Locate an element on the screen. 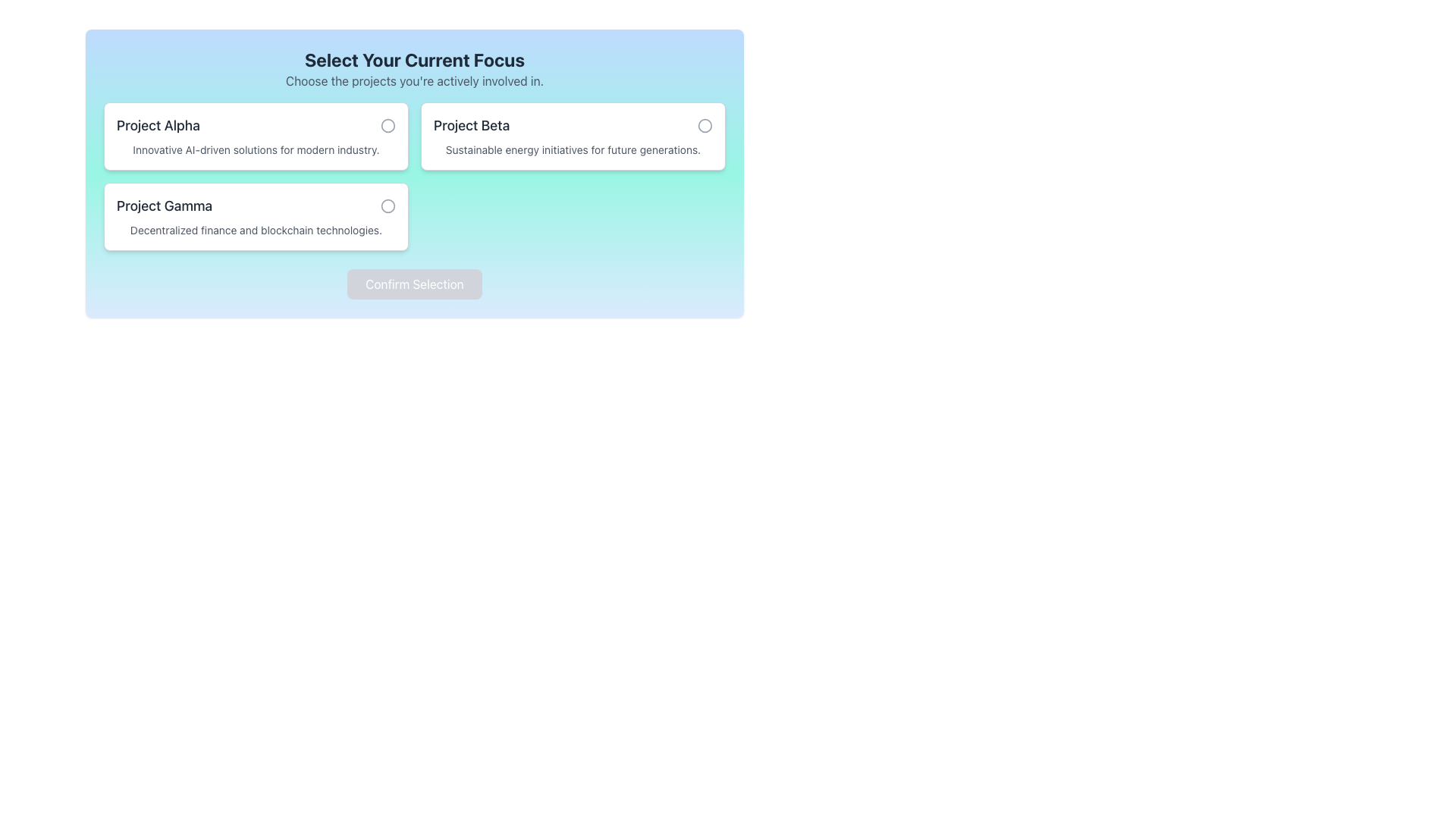 This screenshot has height=819, width=1456. text label that says 'Choose the projects you're actively involved in.' which is styled in gray and is located below the title 'Select Your Current Focus.' is located at coordinates (415, 81).